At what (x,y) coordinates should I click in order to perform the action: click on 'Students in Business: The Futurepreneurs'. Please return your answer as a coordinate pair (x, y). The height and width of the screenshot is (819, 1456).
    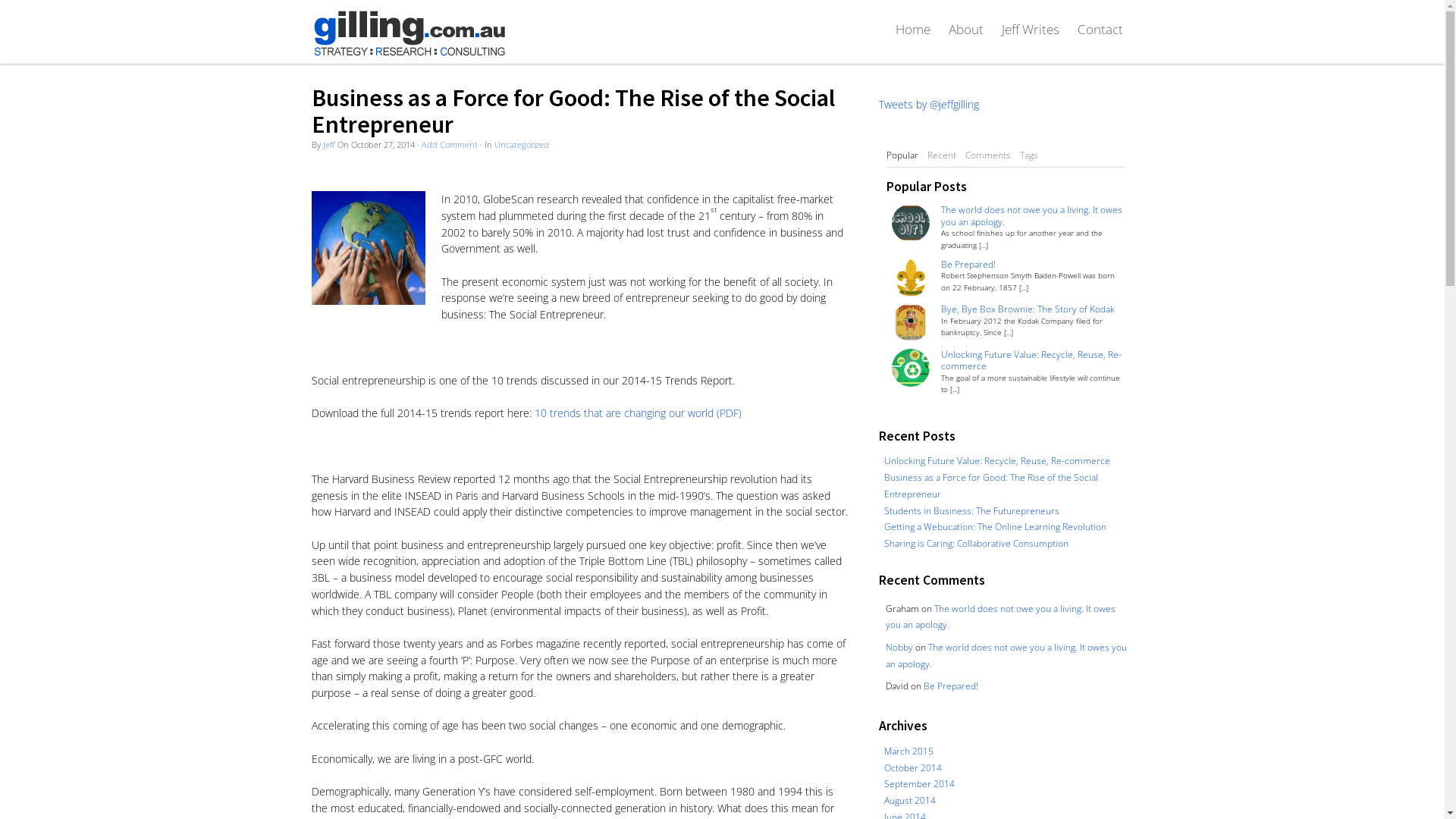
    Looking at the image, I should click on (971, 510).